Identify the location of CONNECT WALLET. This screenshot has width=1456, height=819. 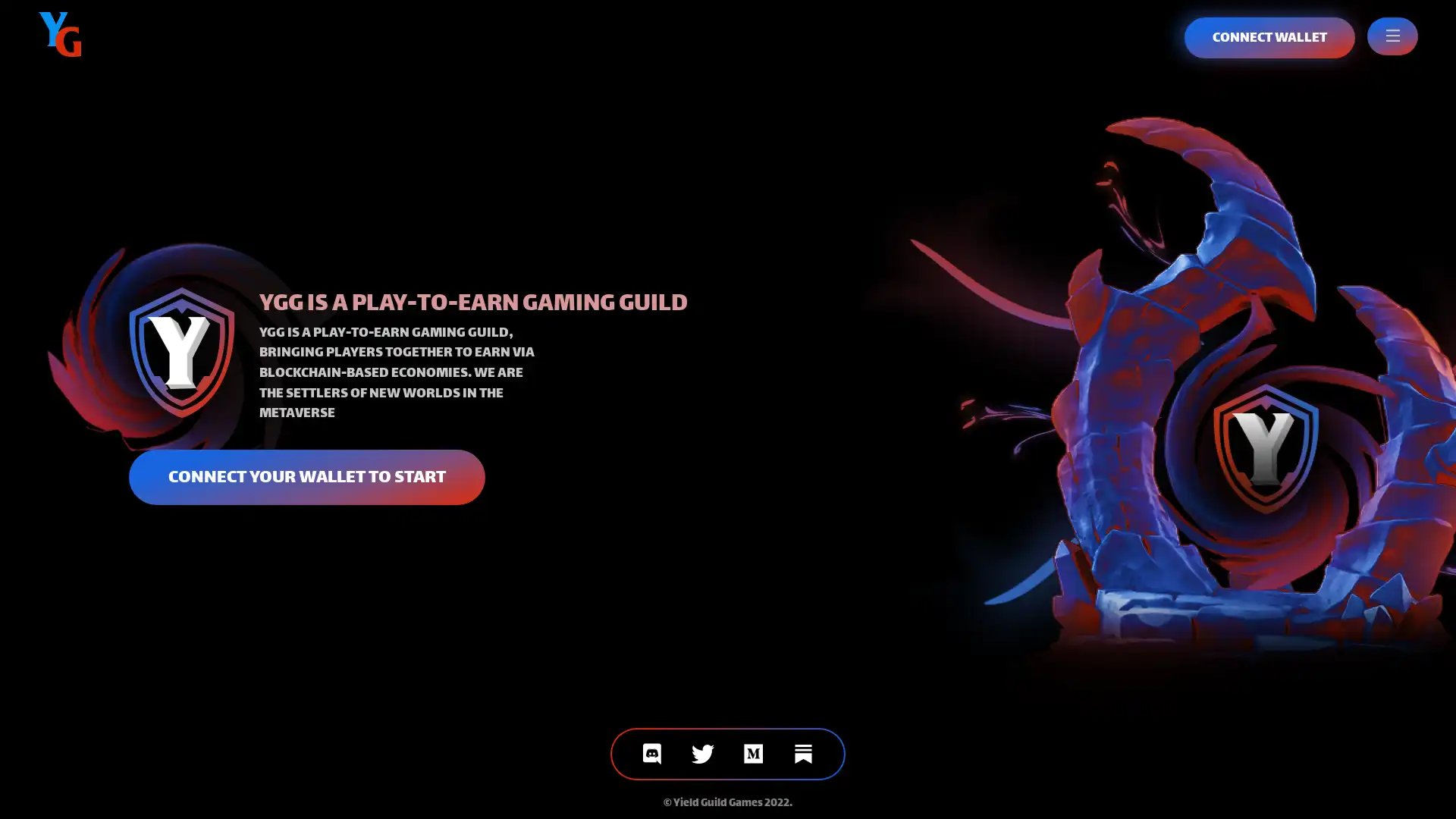
(1269, 37).